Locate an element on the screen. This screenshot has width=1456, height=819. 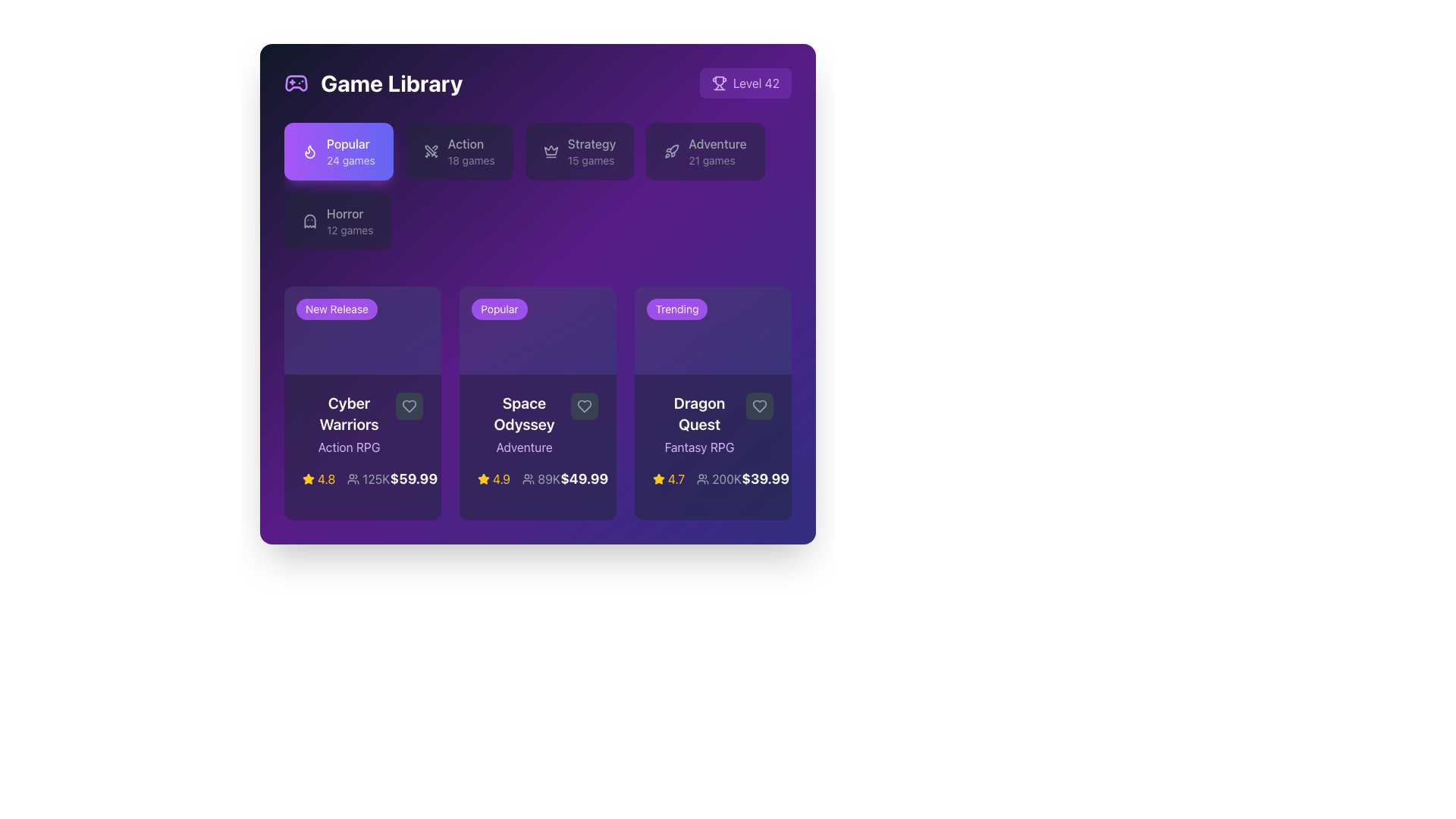
the heart-shaped icon button located at the top-right corner of the 'Cyber Warriors' card to trigger the tooltip or animation is located at coordinates (409, 406).